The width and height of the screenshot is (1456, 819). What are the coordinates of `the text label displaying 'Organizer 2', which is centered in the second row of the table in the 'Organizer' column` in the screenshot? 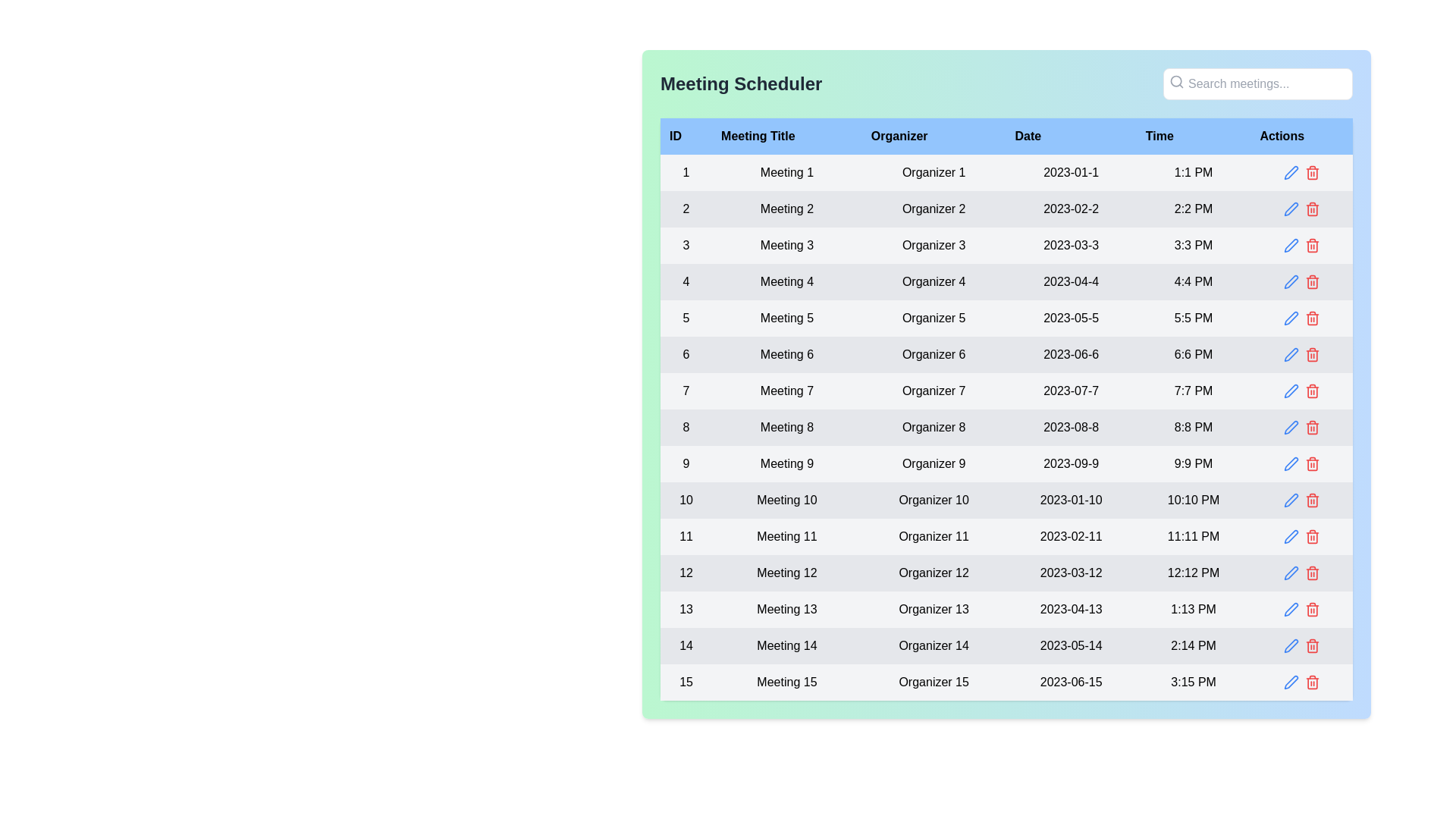 It's located at (933, 209).